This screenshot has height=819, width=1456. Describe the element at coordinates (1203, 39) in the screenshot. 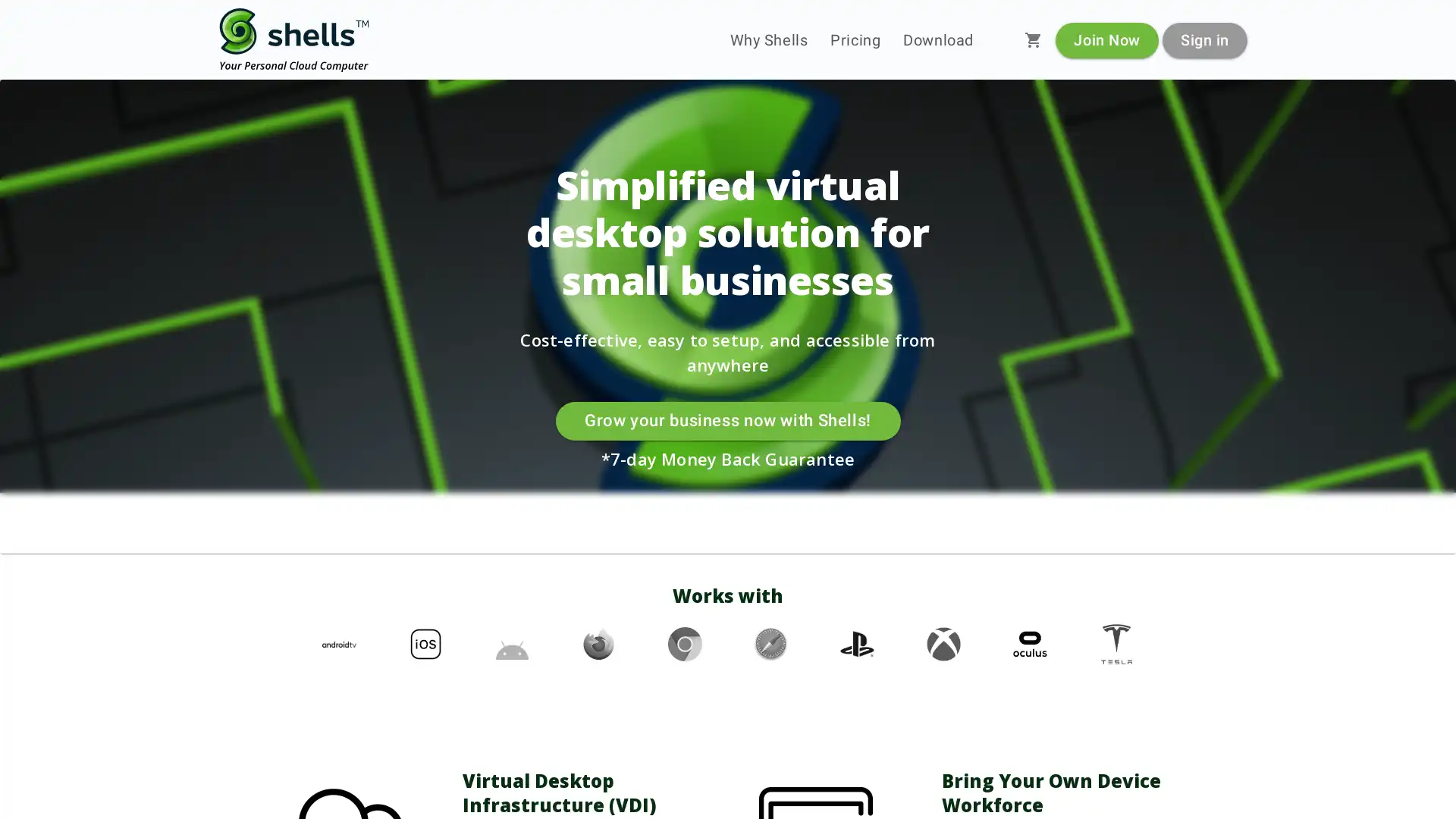

I see `Sign in` at that location.